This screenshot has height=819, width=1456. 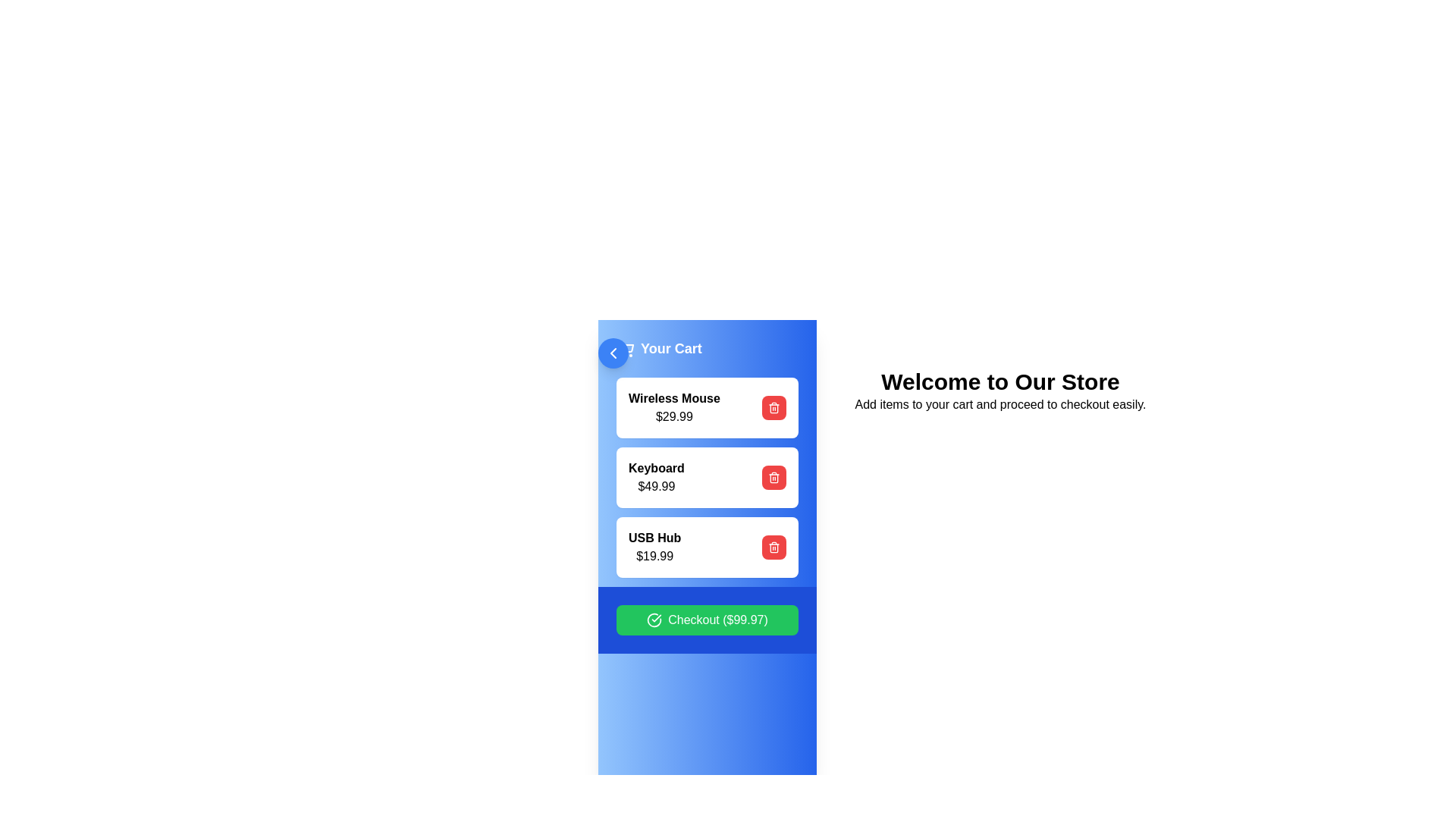 What do you see at coordinates (654, 620) in the screenshot?
I see `the confirmation icon located to the left of the 'Checkout ($99.97)' button in the 'Your Cart' modal` at bounding box center [654, 620].